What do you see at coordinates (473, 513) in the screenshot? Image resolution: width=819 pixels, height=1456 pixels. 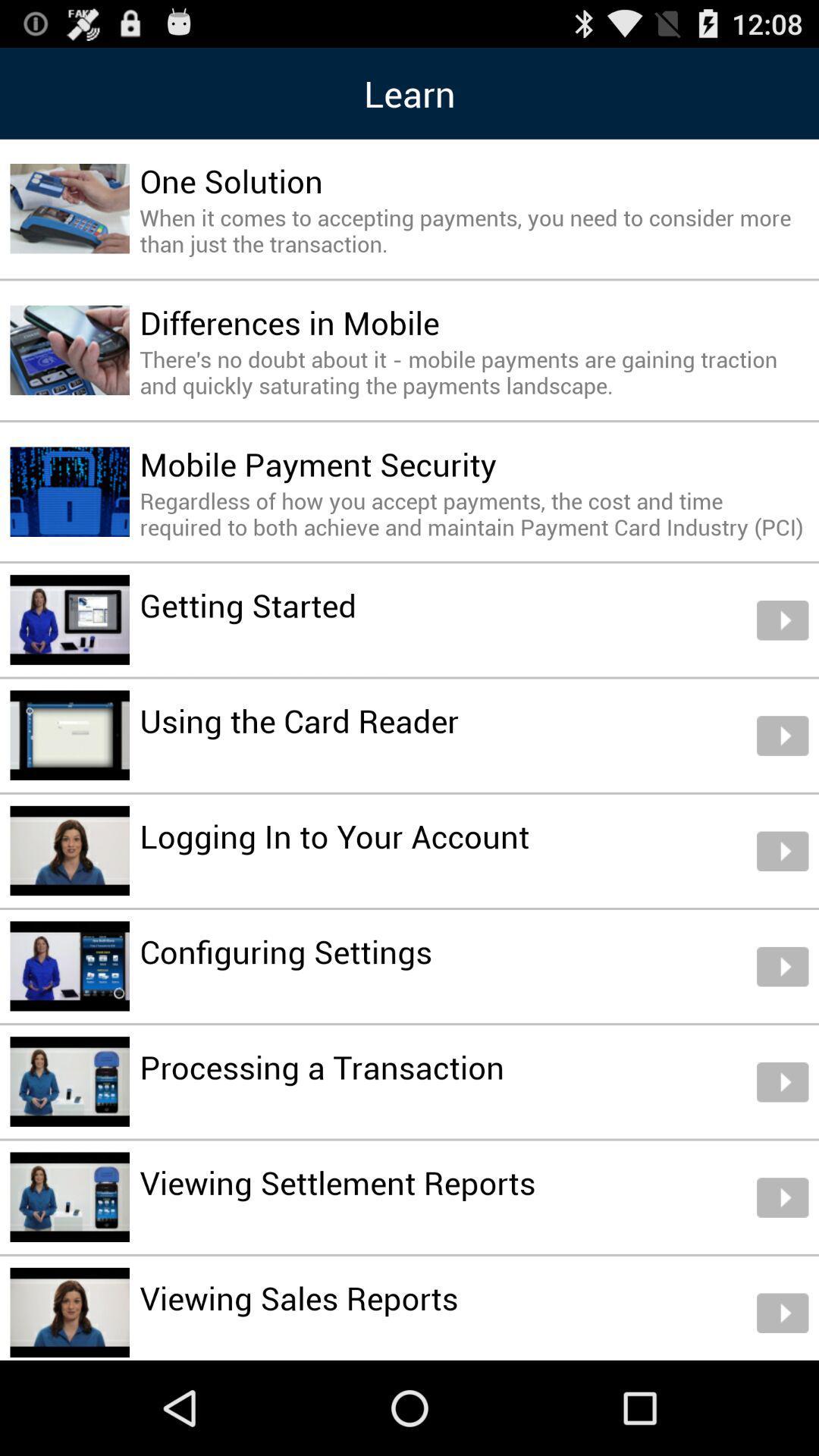 I see `the regardless of how icon` at bounding box center [473, 513].